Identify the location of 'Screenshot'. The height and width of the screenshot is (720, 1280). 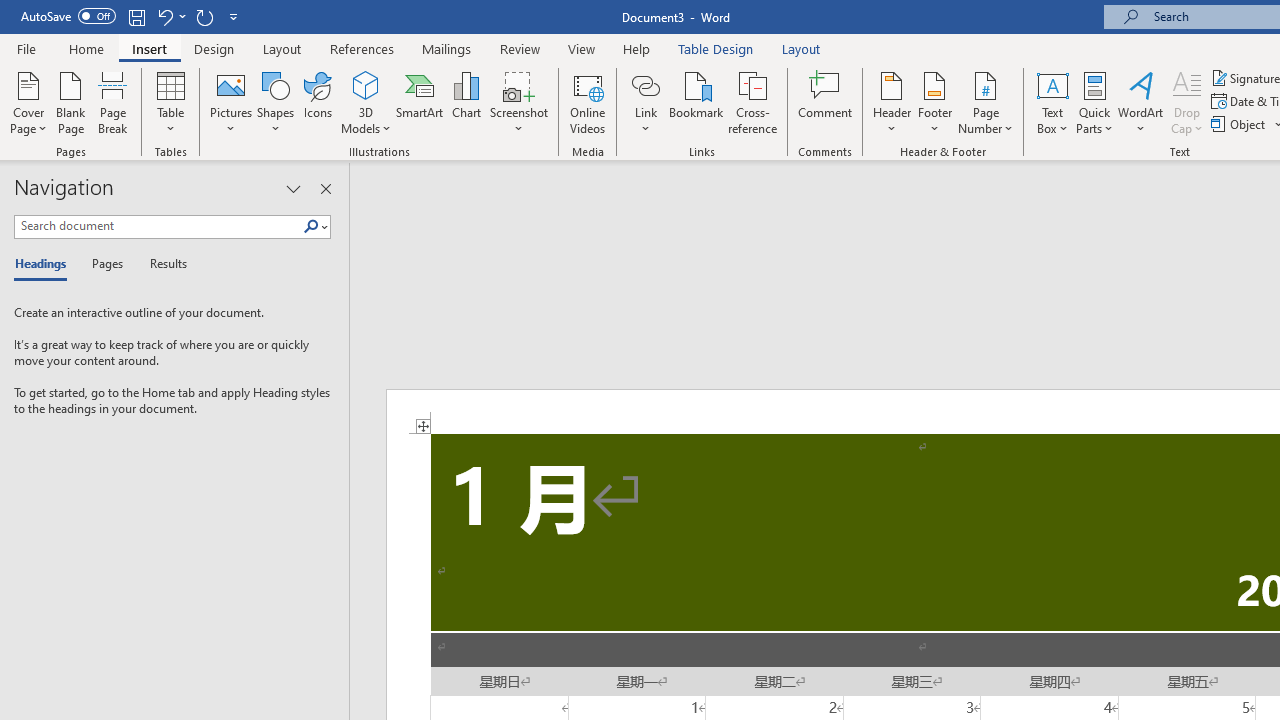
(519, 103).